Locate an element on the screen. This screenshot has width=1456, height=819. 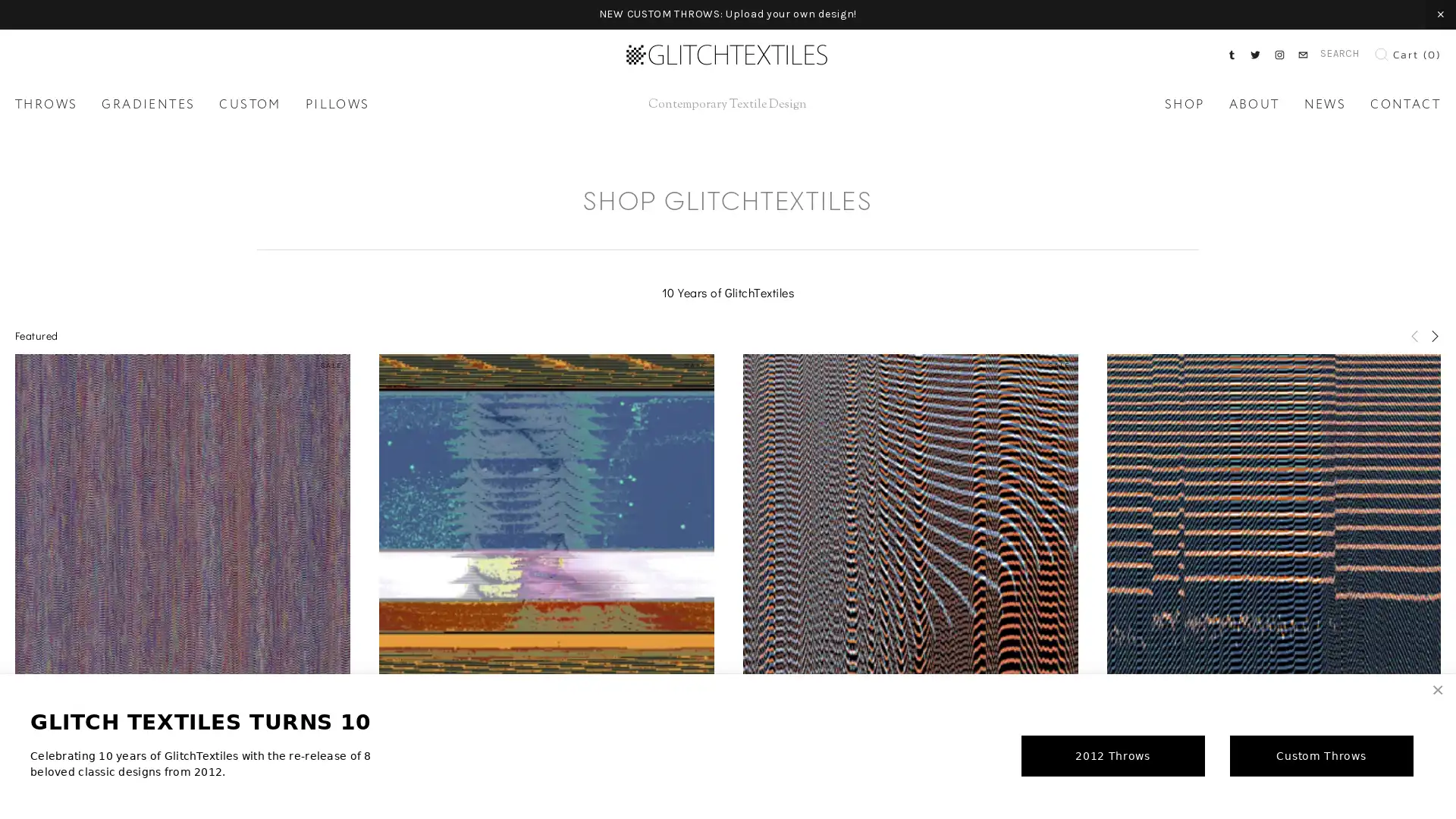
Next is located at coordinates (1433, 334).